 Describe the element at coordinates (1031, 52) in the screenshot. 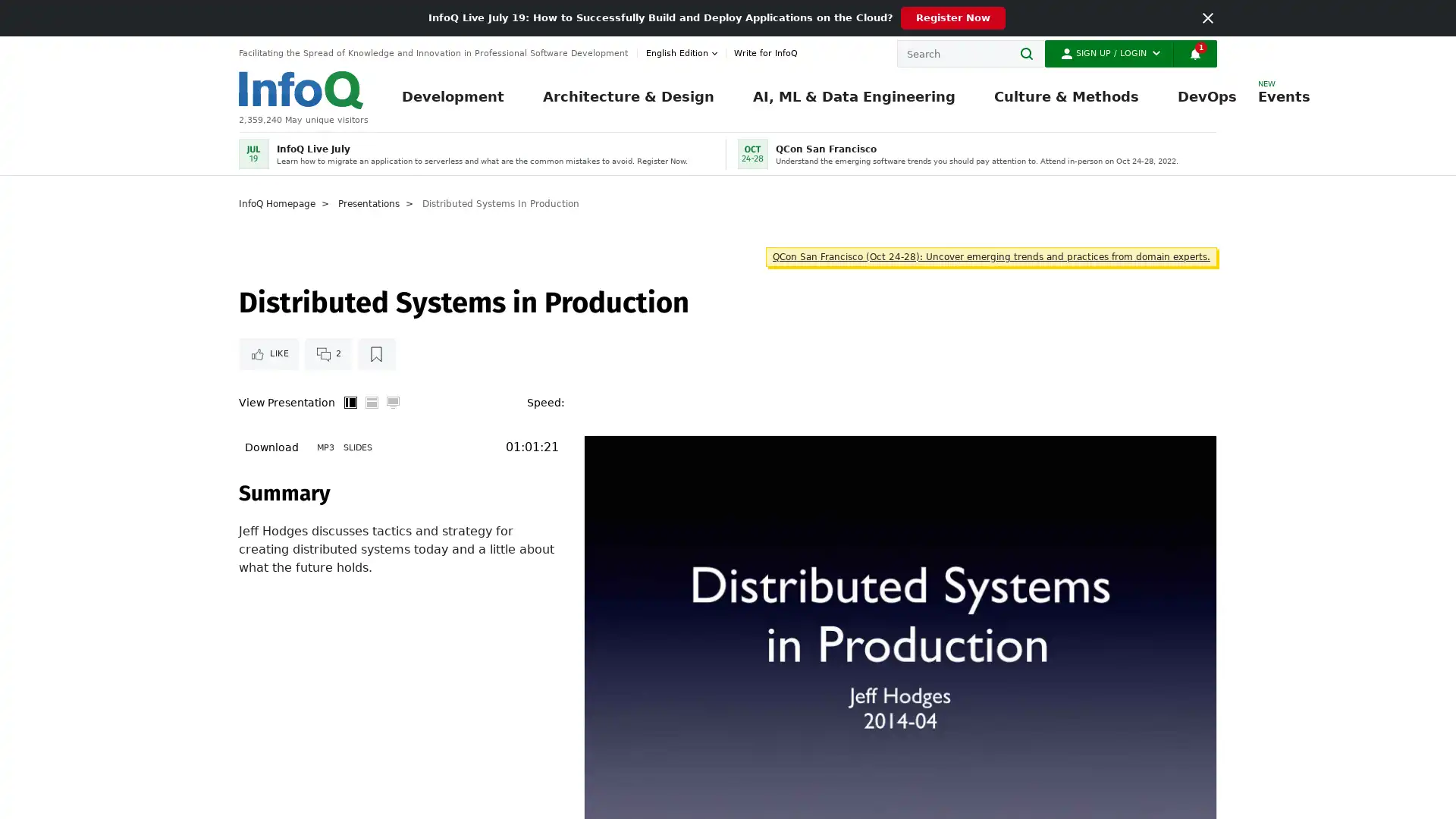

I see `Search` at that location.